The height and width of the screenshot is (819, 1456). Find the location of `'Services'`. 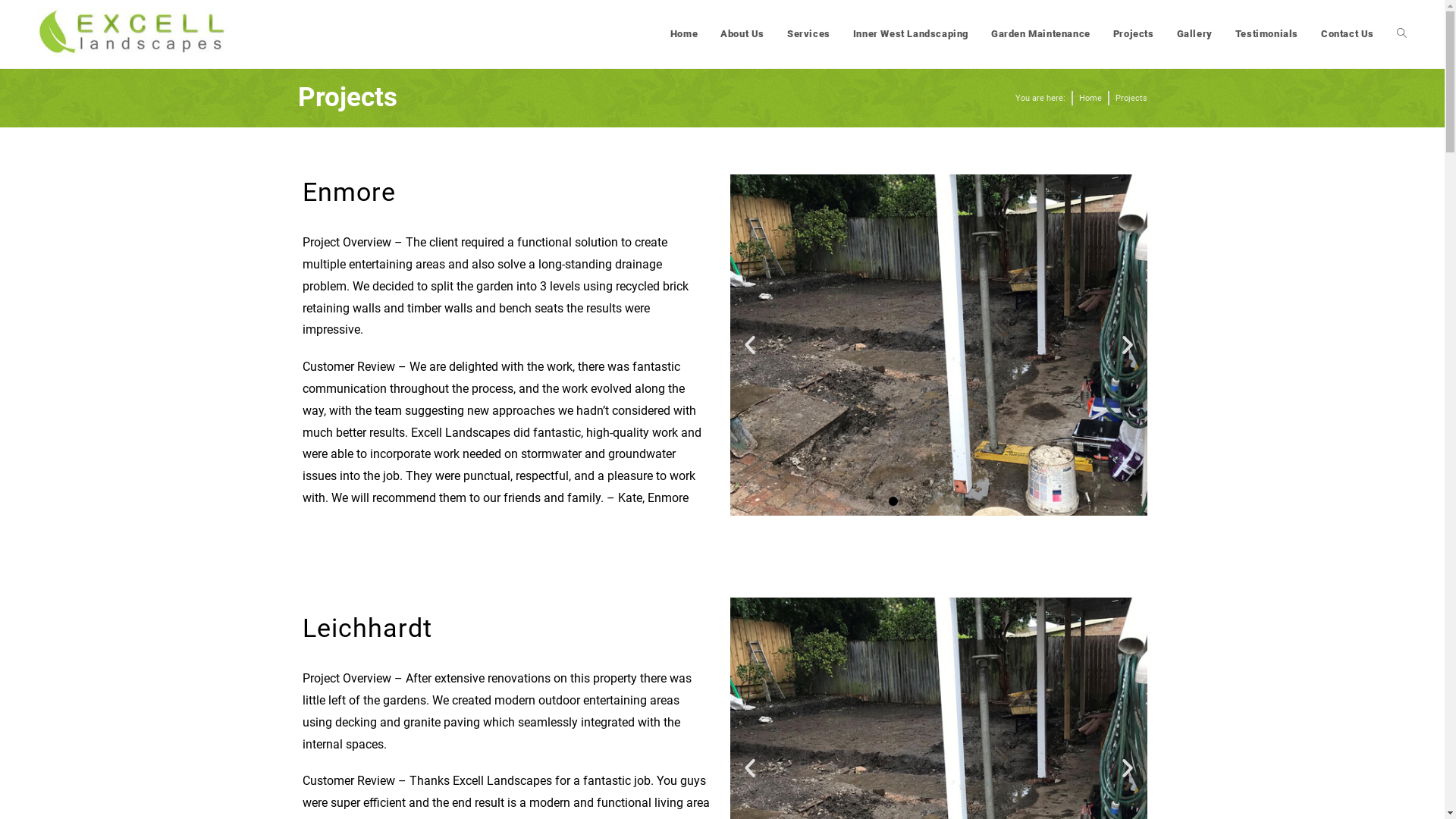

'Services' is located at coordinates (808, 34).